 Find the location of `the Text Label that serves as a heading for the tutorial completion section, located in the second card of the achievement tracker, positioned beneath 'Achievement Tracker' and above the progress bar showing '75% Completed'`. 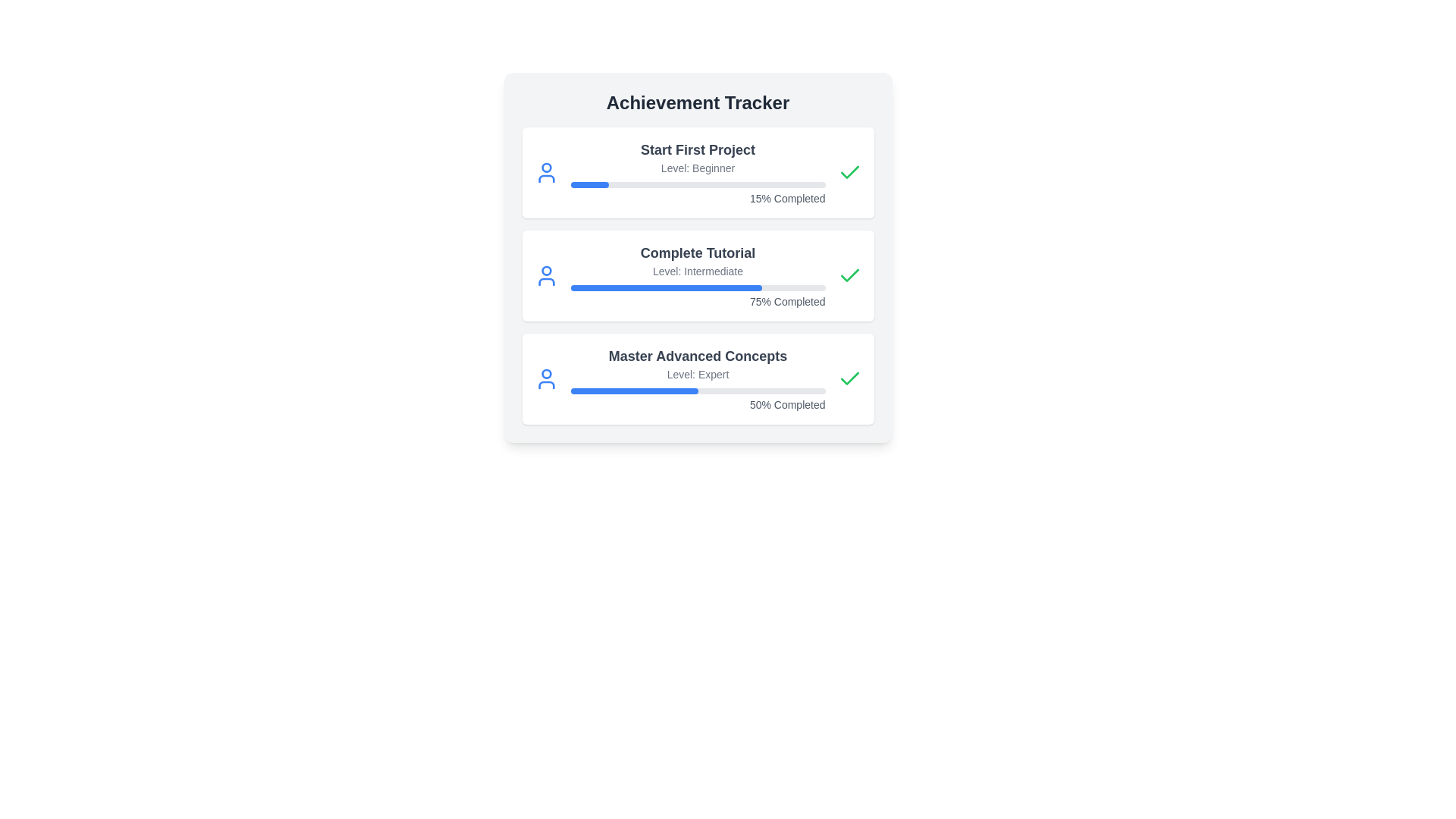

the Text Label that serves as a heading for the tutorial completion section, located in the second card of the achievement tracker, positioned beneath 'Achievement Tracker' and above the progress bar showing '75% Completed' is located at coordinates (697, 253).